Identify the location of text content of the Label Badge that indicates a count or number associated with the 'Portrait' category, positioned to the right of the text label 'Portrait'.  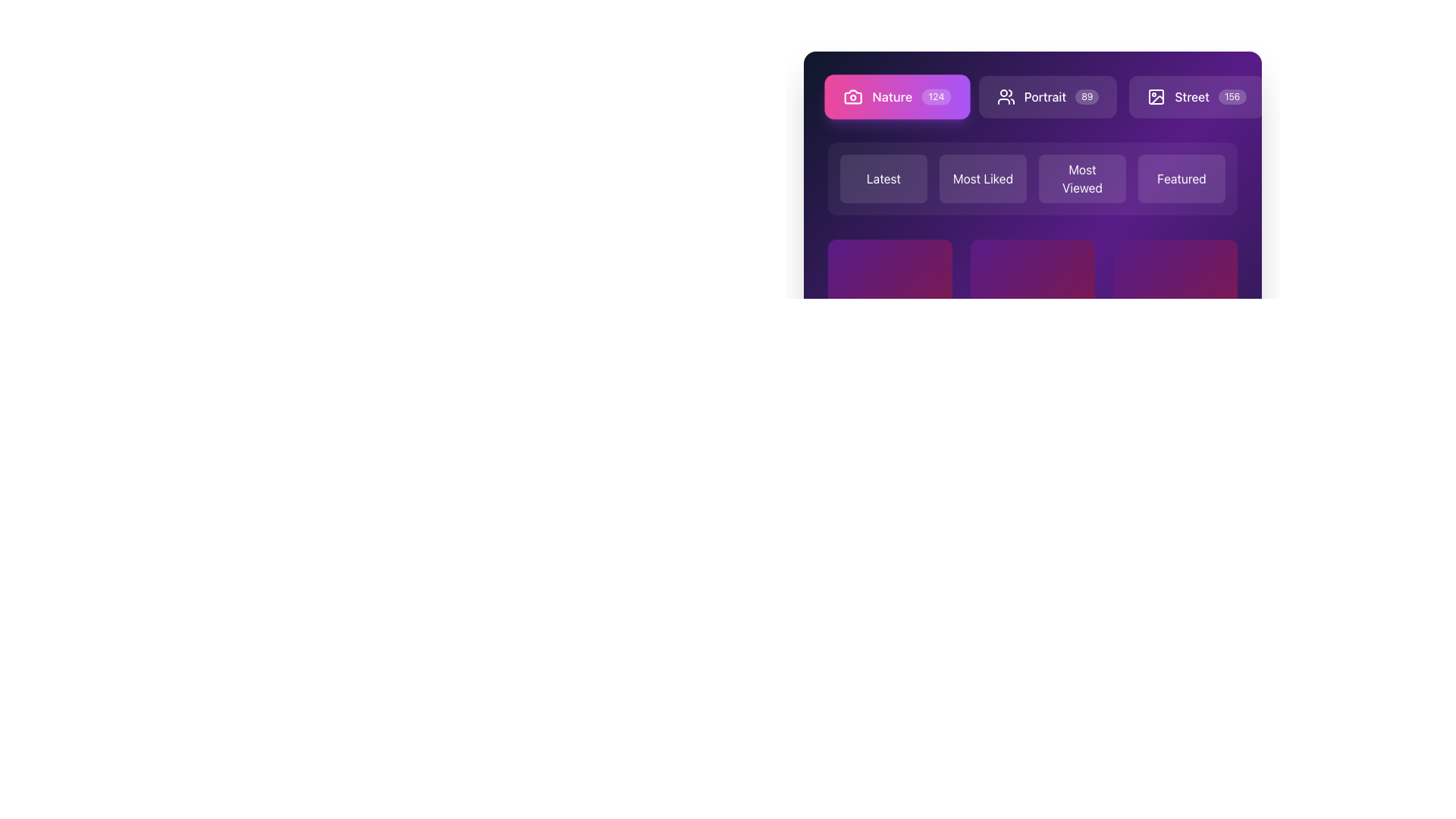
(1086, 96).